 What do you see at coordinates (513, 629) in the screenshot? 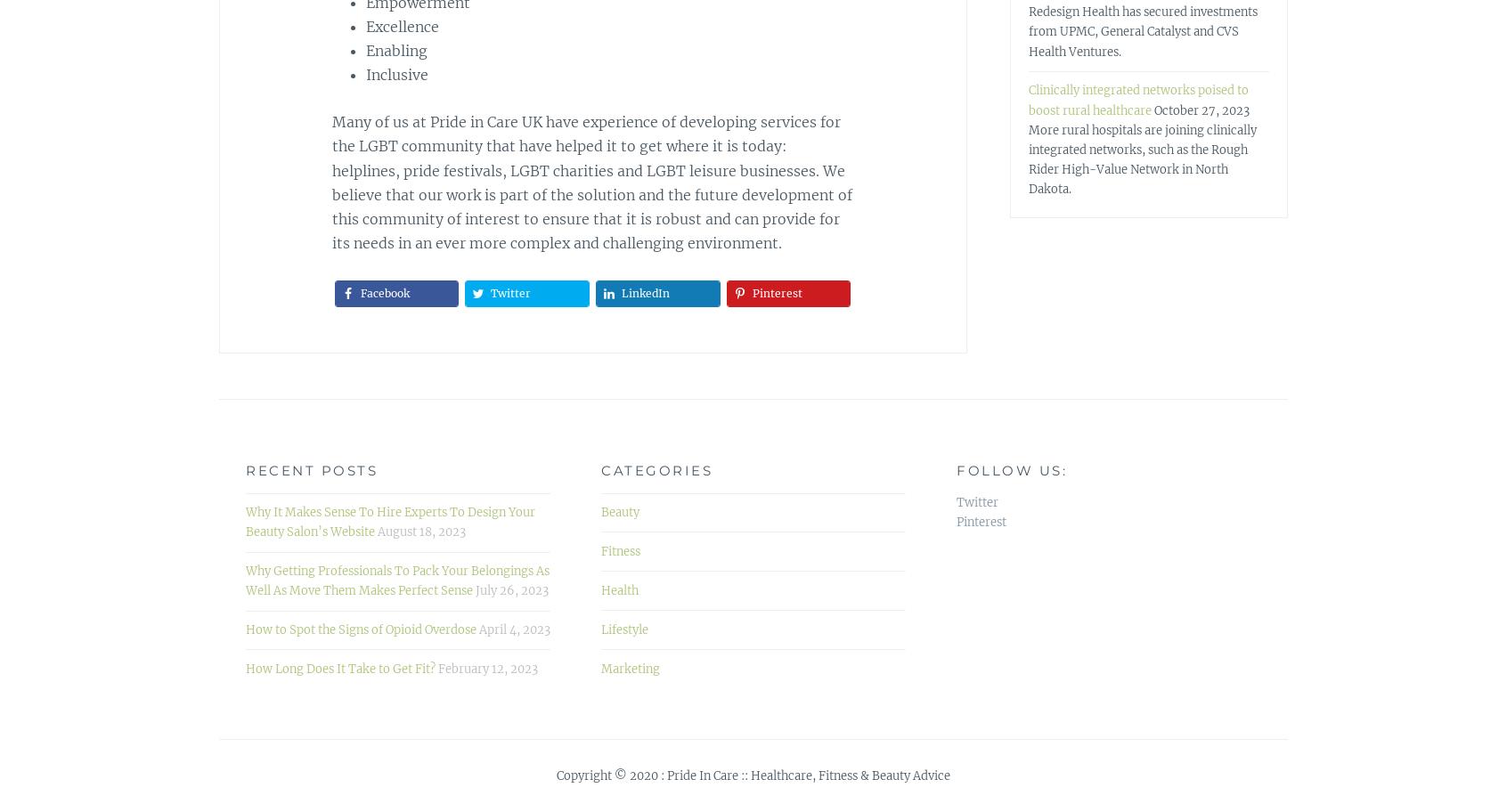
I see `'April 4, 2023'` at bounding box center [513, 629].